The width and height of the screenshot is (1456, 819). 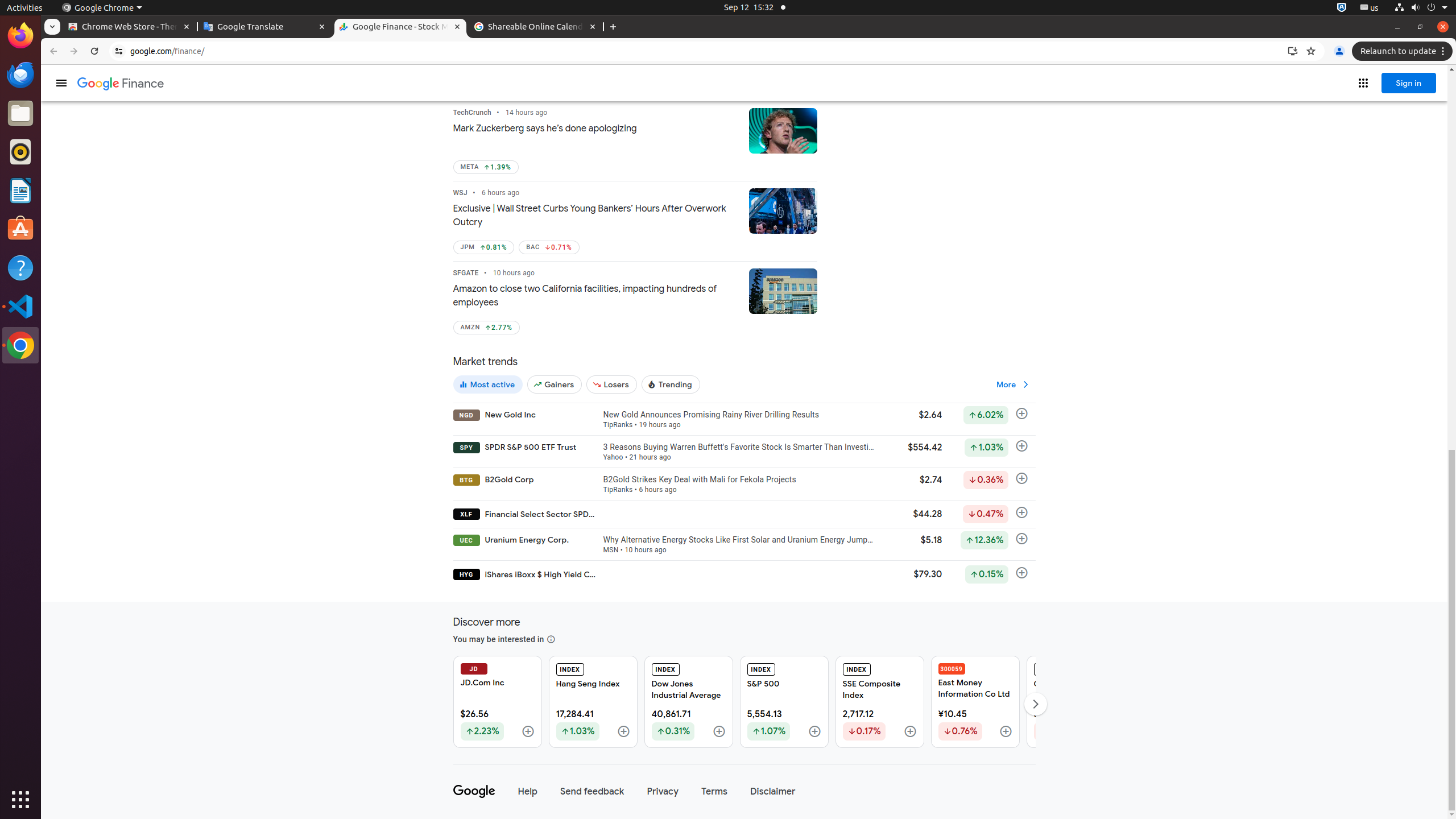 What do you see at coordinates (549, 247) in the screenshot?
I see `'BAC Down by 0.71%'` at bounding box center [549, 247].